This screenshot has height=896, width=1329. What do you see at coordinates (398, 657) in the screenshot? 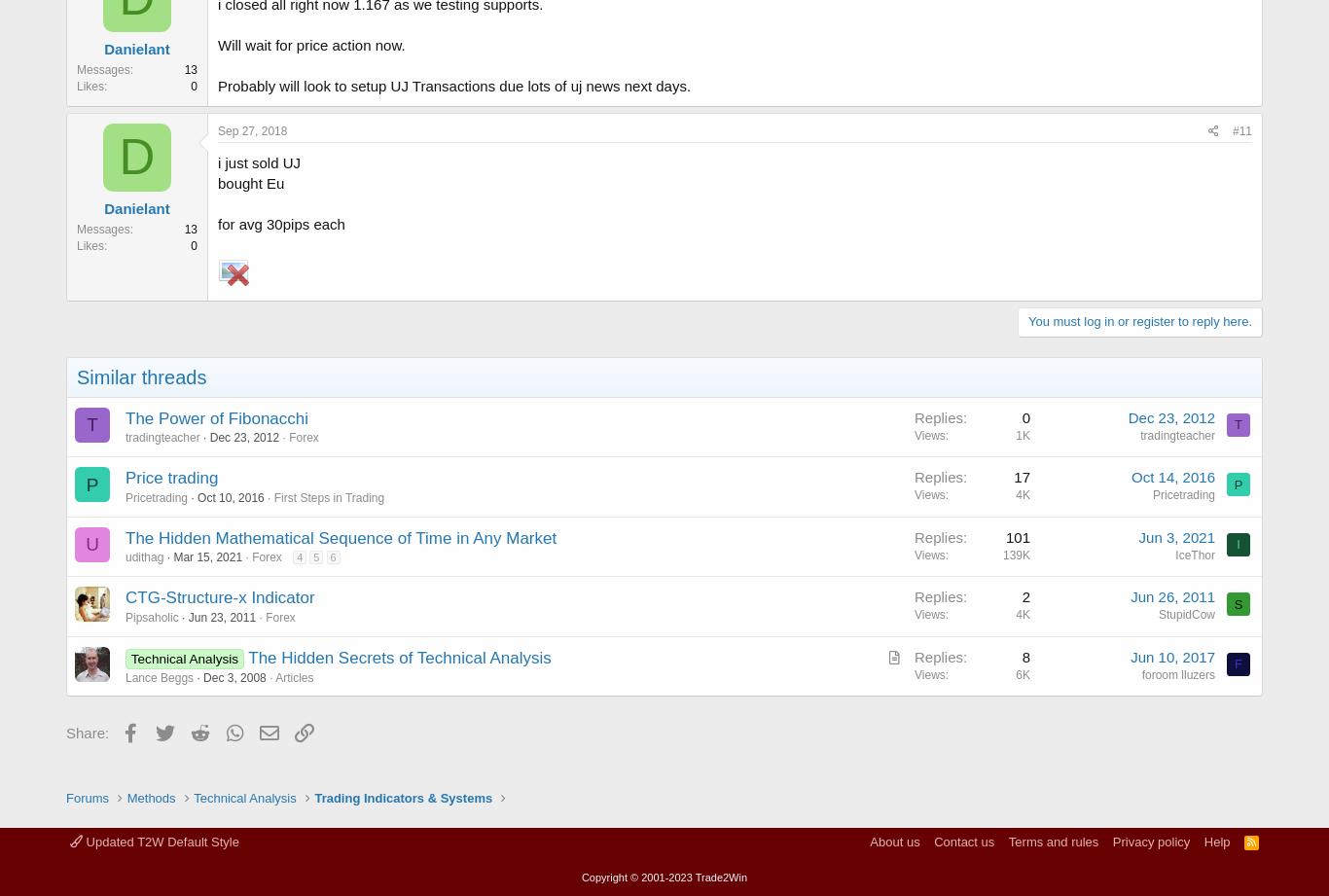
I see `'The Hidden Secrets of Technical Analysis'` at bounding box center [398, 657].